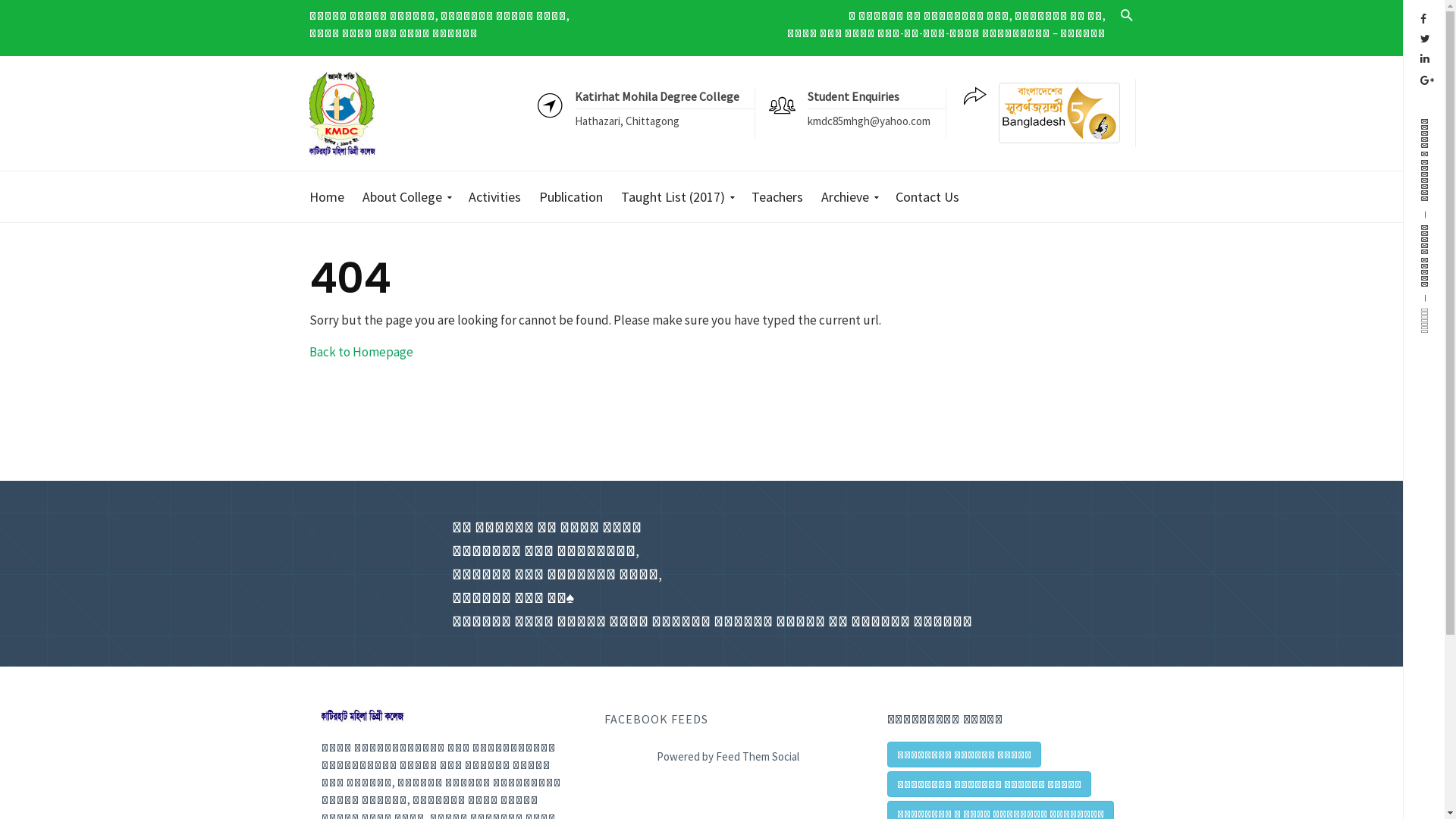  Describe the element at coordinates (405, 196) in the screenshot. I see `'About College'` at that location.